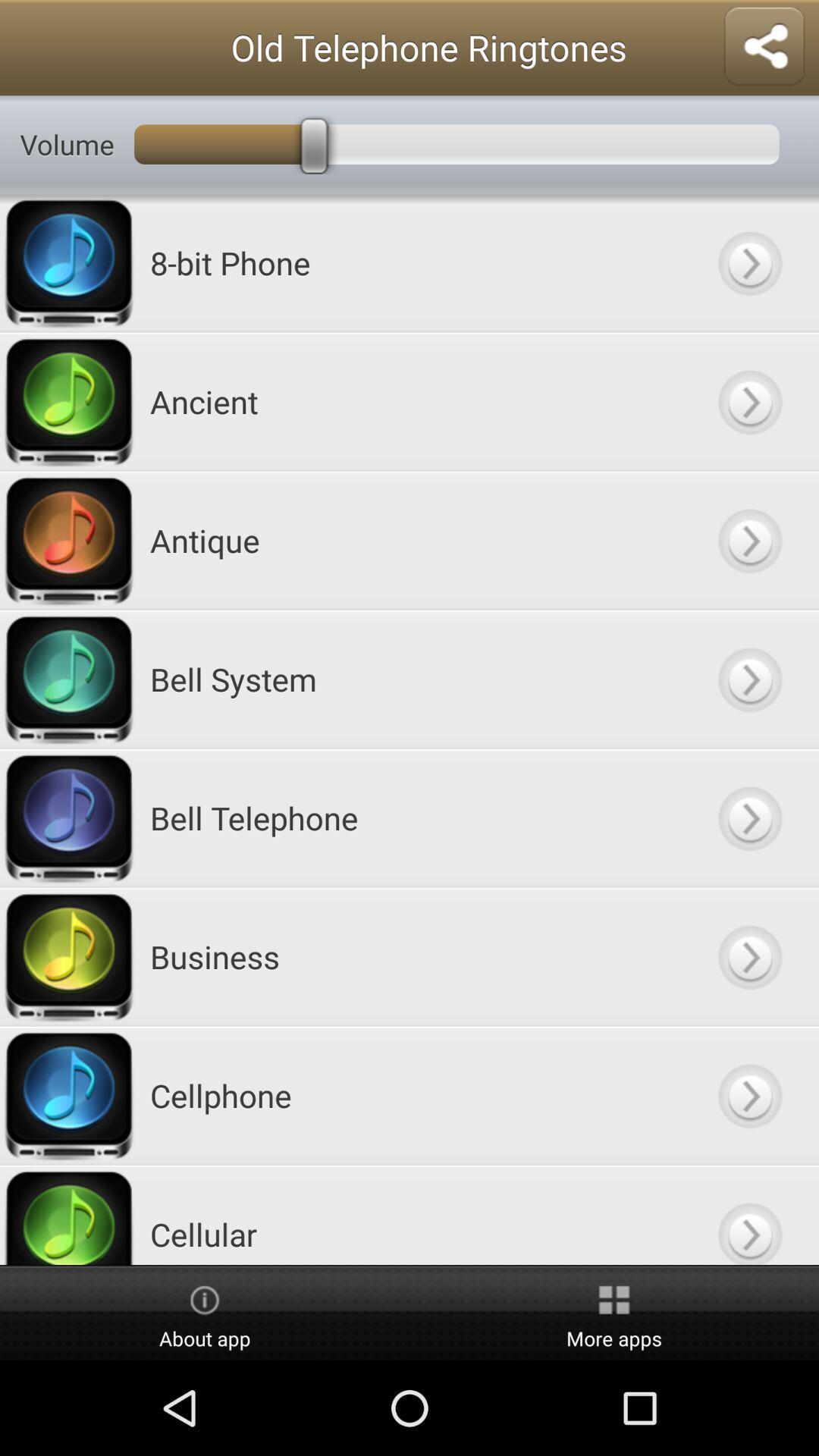 This screenshot has height=1456, width=819. I want to click on button, so click(748, 1215).